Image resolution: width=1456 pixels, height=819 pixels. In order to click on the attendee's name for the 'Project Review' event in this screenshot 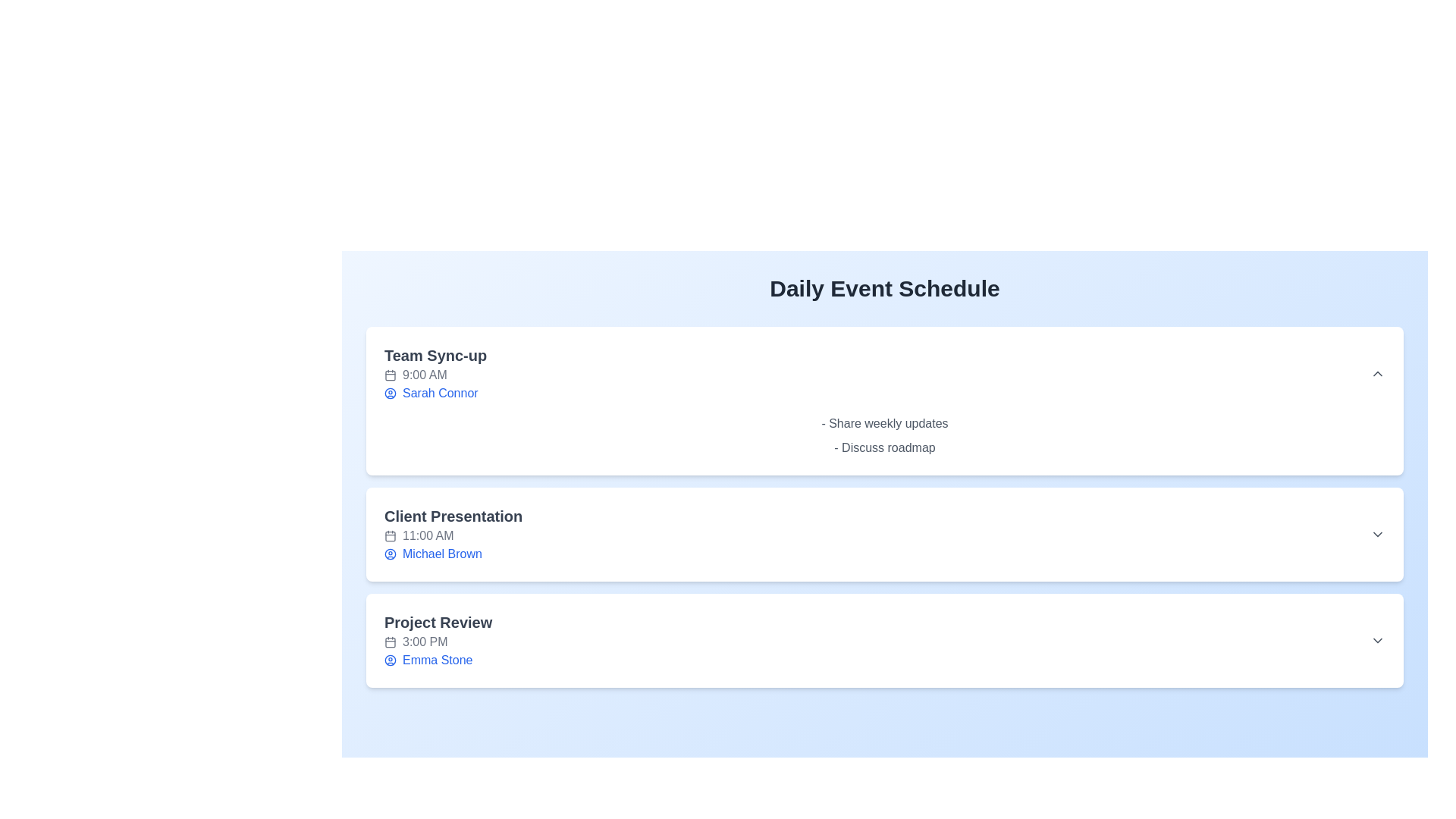, I will do `click(438, 660)`.